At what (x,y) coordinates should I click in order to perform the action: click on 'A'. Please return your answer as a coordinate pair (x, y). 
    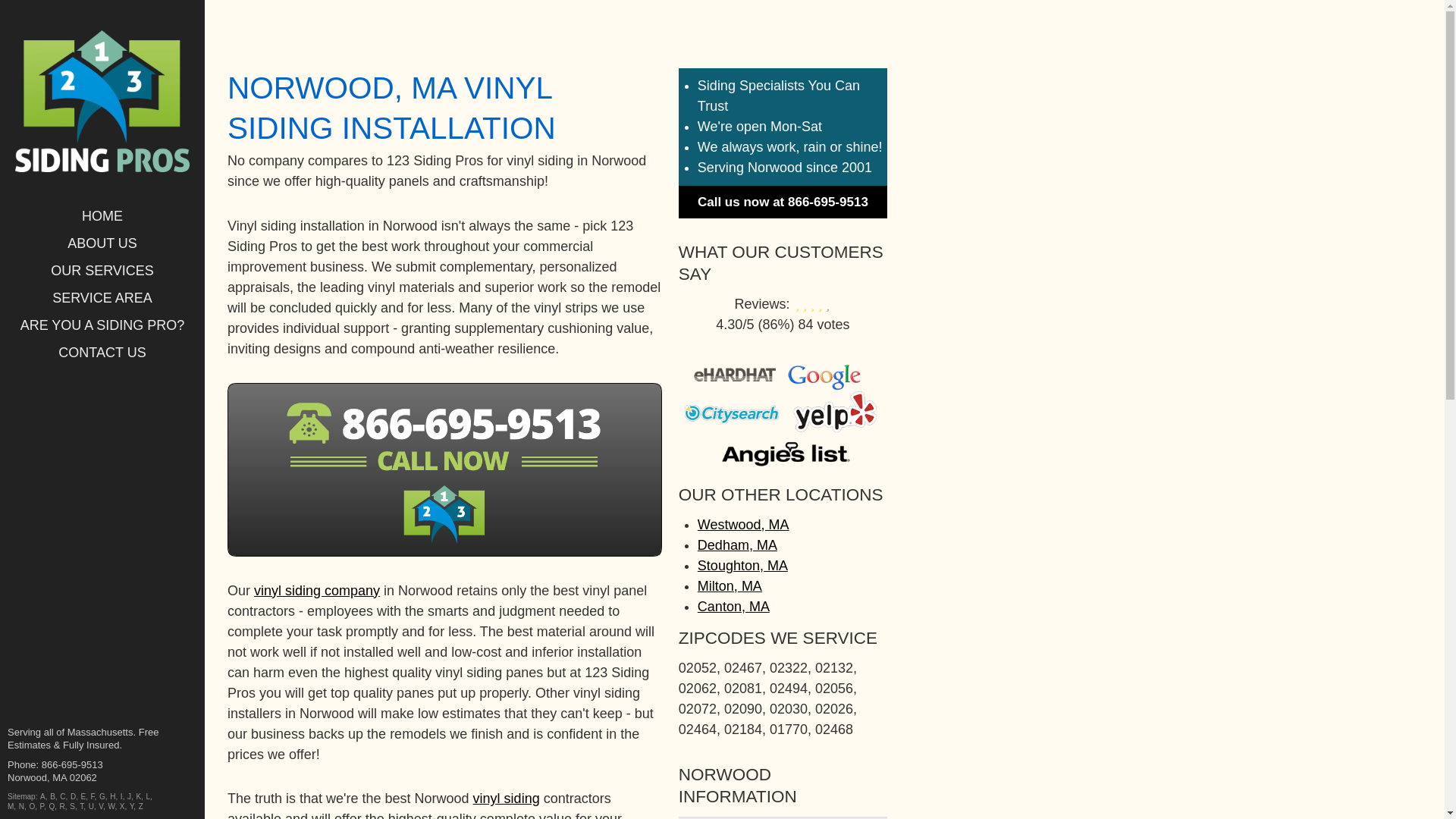
    Looking at the image, I should click on (42, 795).